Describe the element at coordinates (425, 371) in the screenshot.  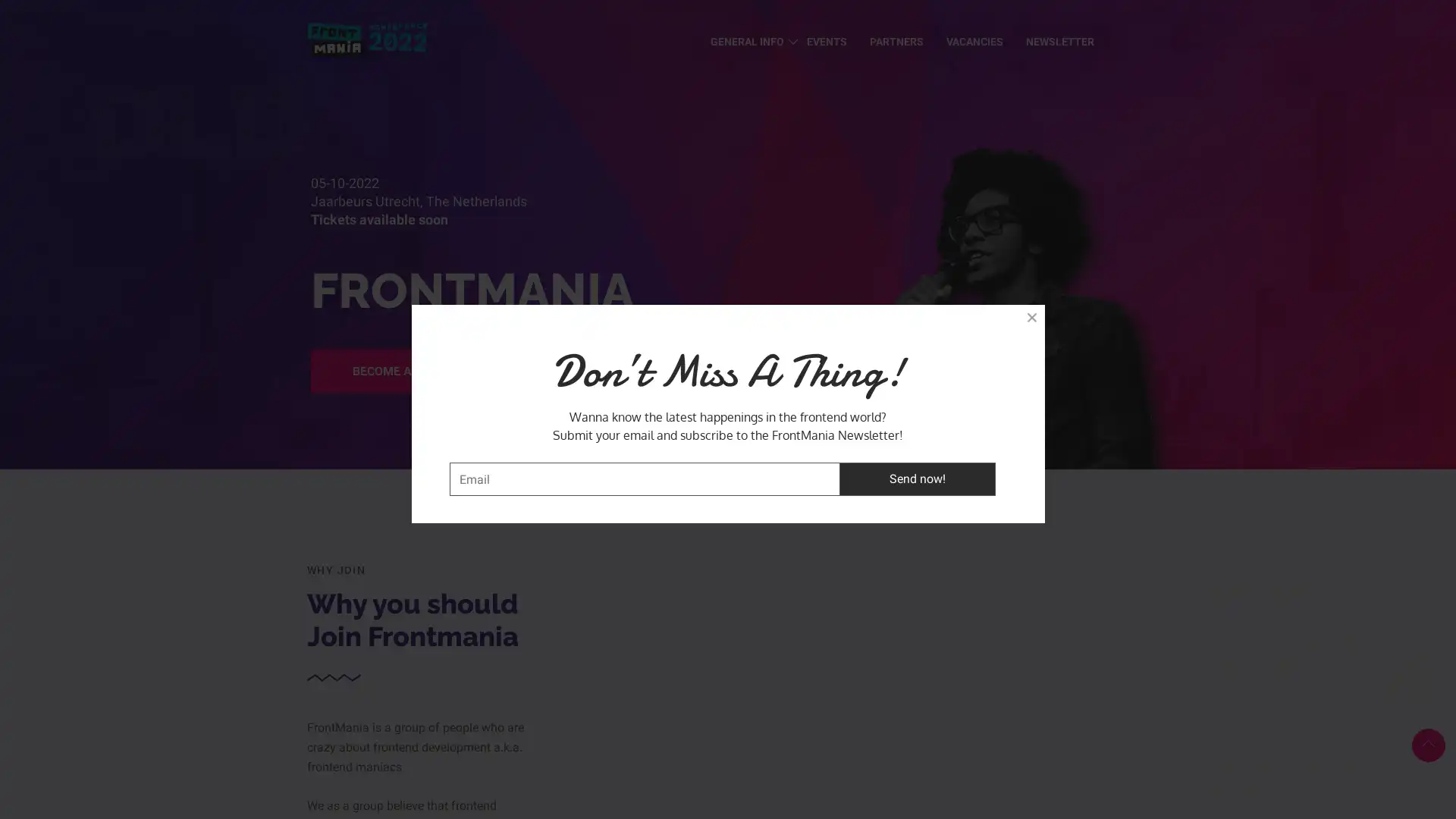
I see `BECOME A FRONTMANIAC` at that location.